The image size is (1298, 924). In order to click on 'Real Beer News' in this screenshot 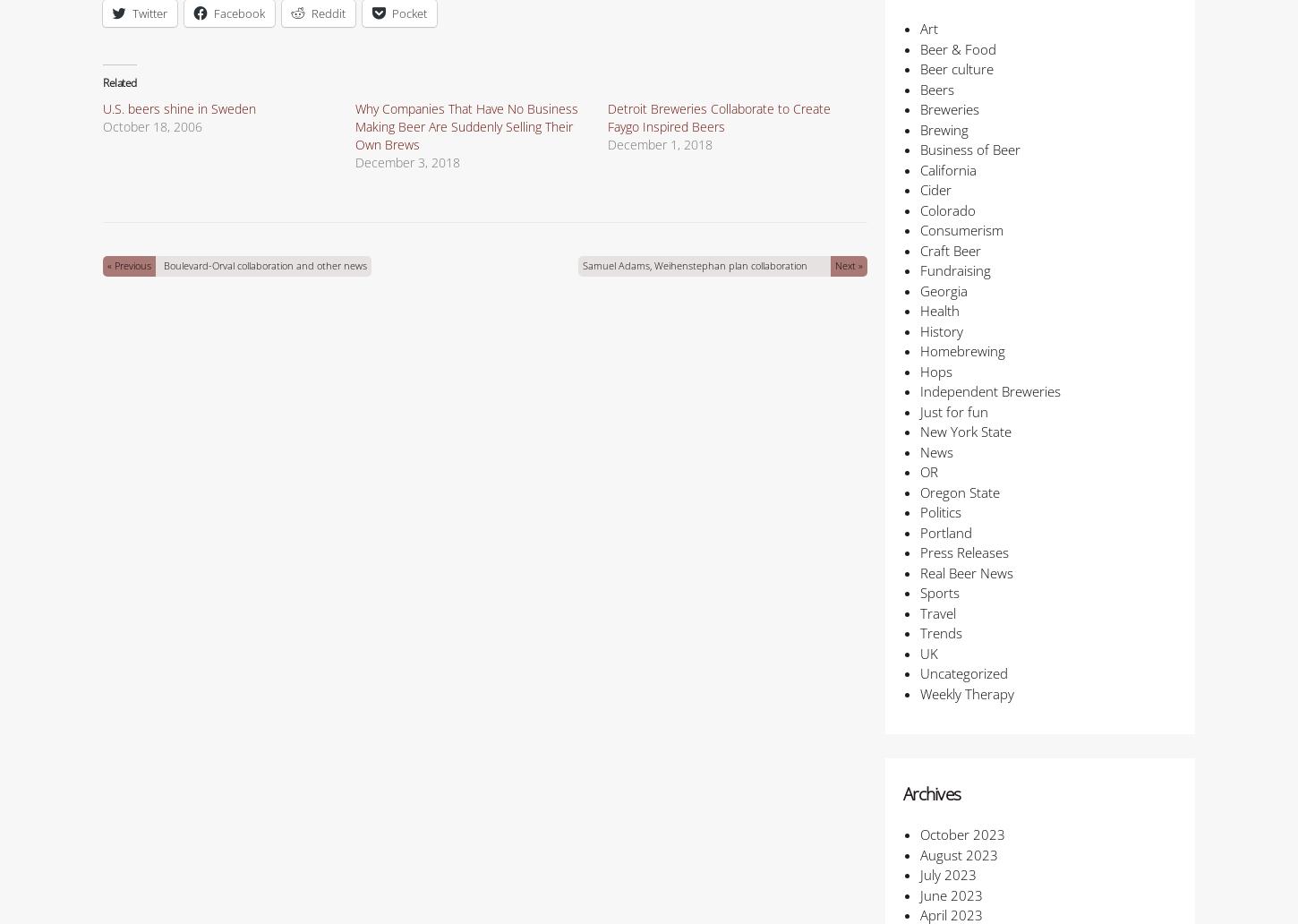, I will do `click(965, 572)`.